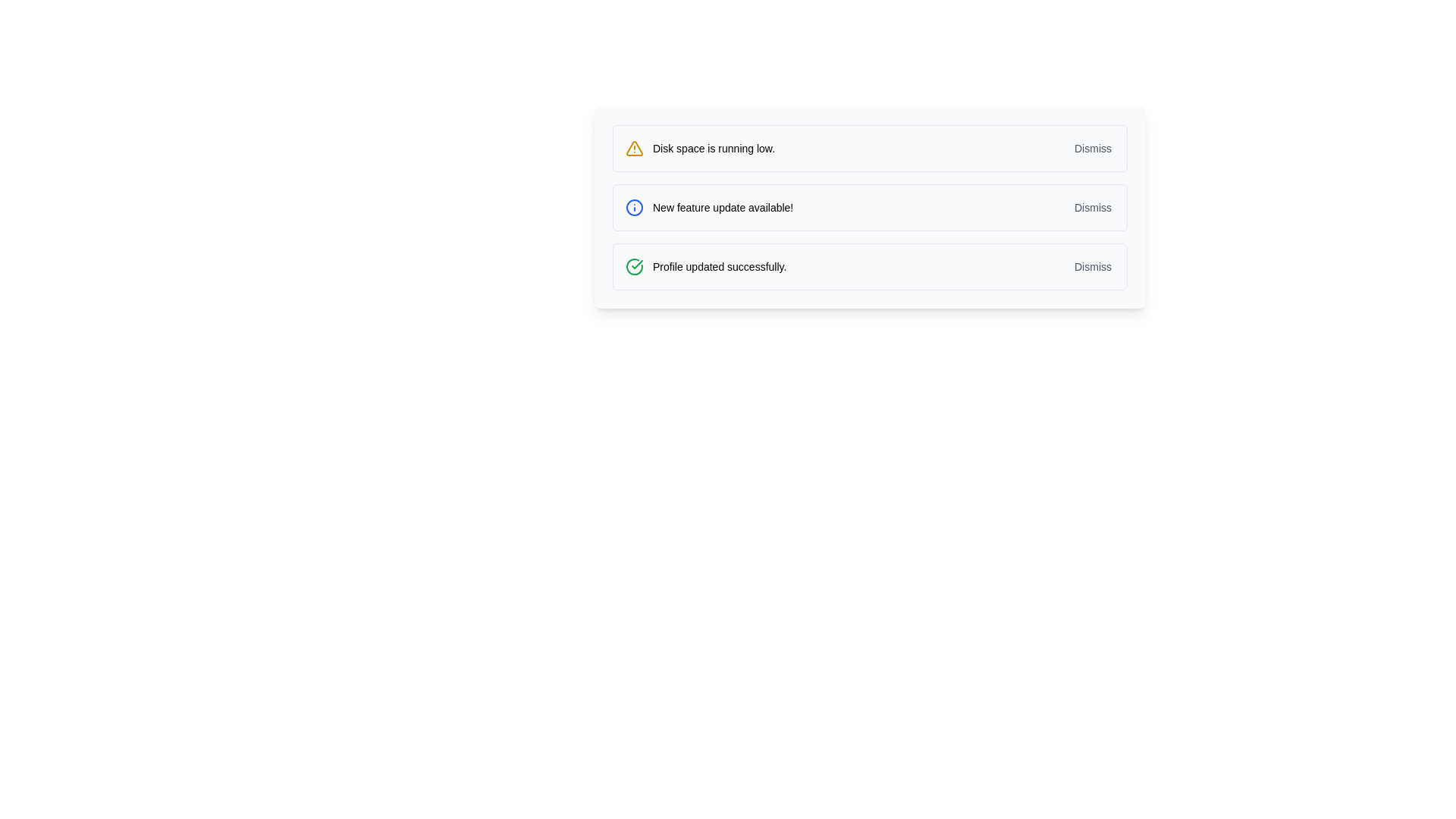 The image size is (1456, 819). Describe the element at coordinates (1093, 265) in the screenshot. I see `the 'Dismiss' button on the notification bar` at that location.